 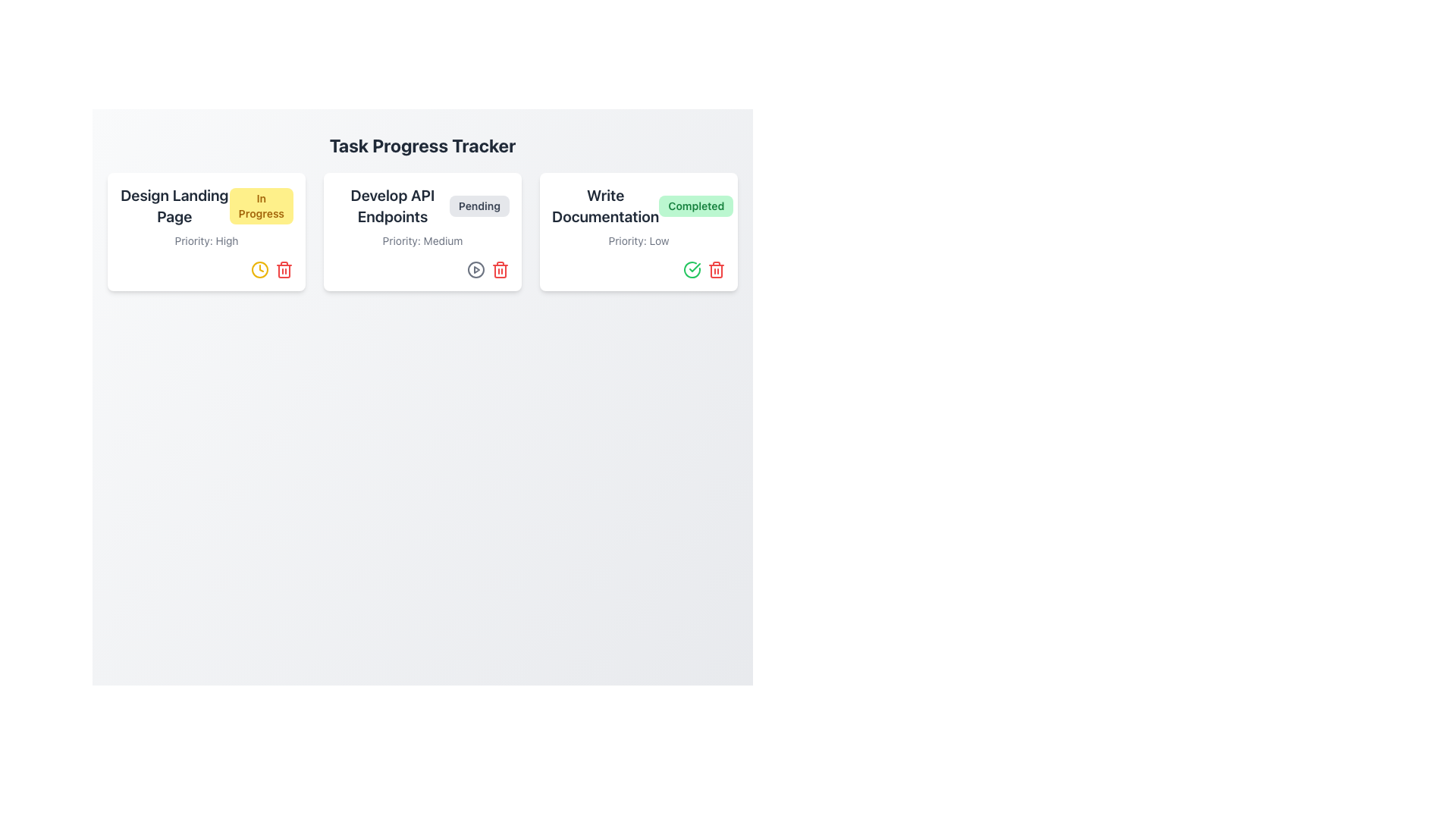 I want to click on the delete icon button located at the far right of the action icons row, so click(x=500, y=268).